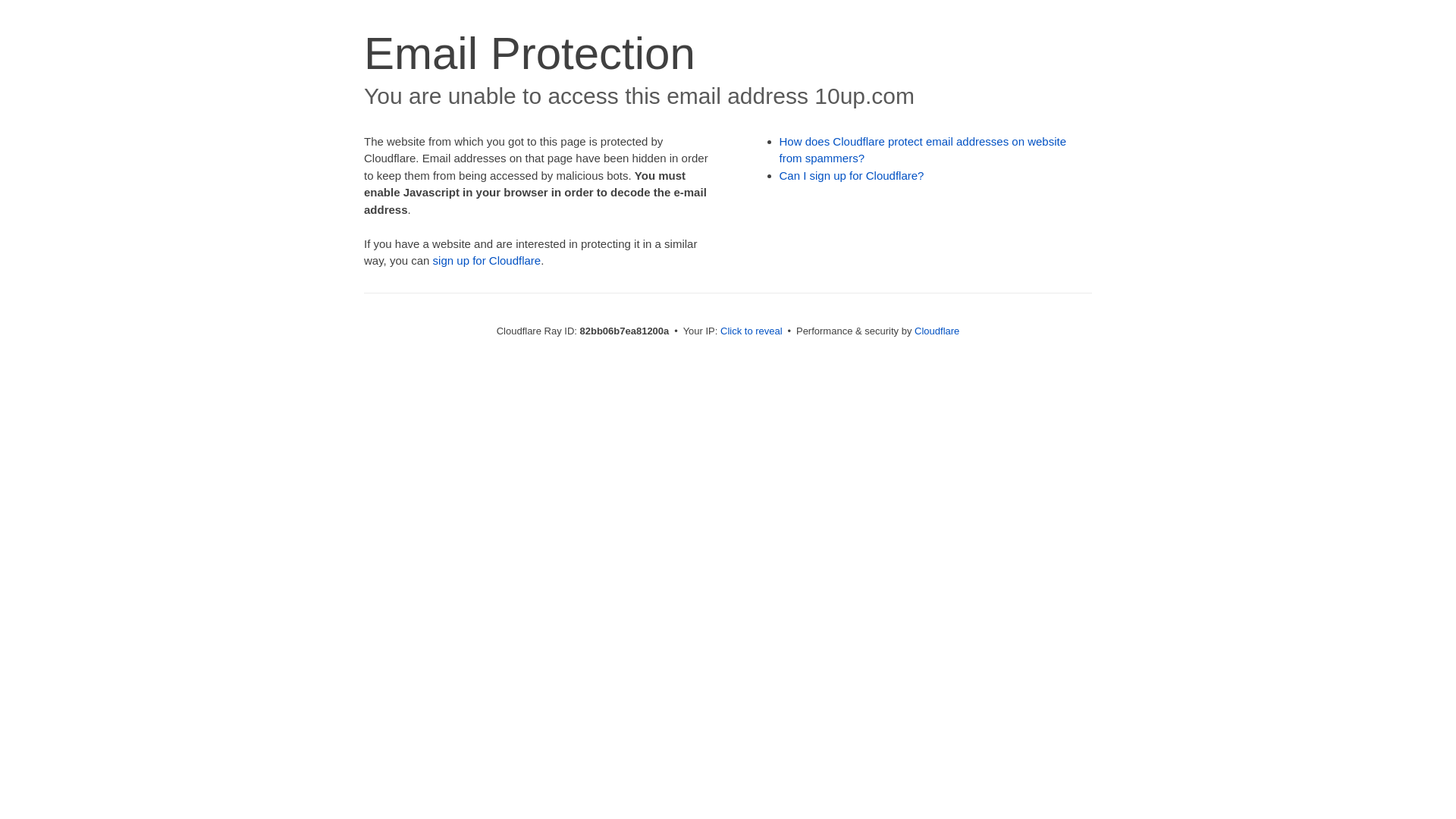 This screenshot has width=1456, height=819. Describe the element at coordinates (779, 174) in the screenshot. I see `'Can I sign up for Cloudflare?'` at that location.